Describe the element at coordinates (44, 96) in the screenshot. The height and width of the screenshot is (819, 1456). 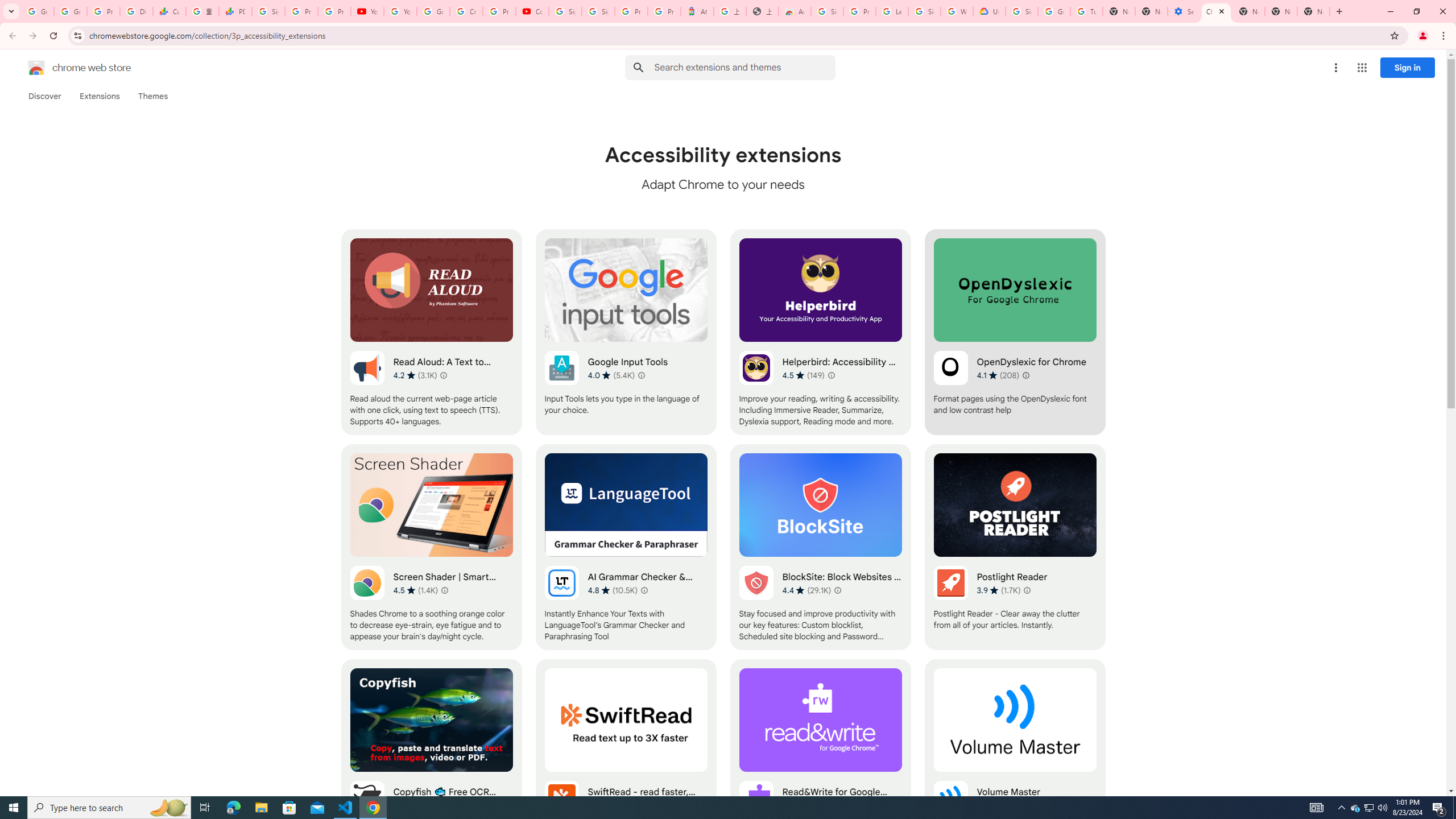
I see `'Discover'` at that location.